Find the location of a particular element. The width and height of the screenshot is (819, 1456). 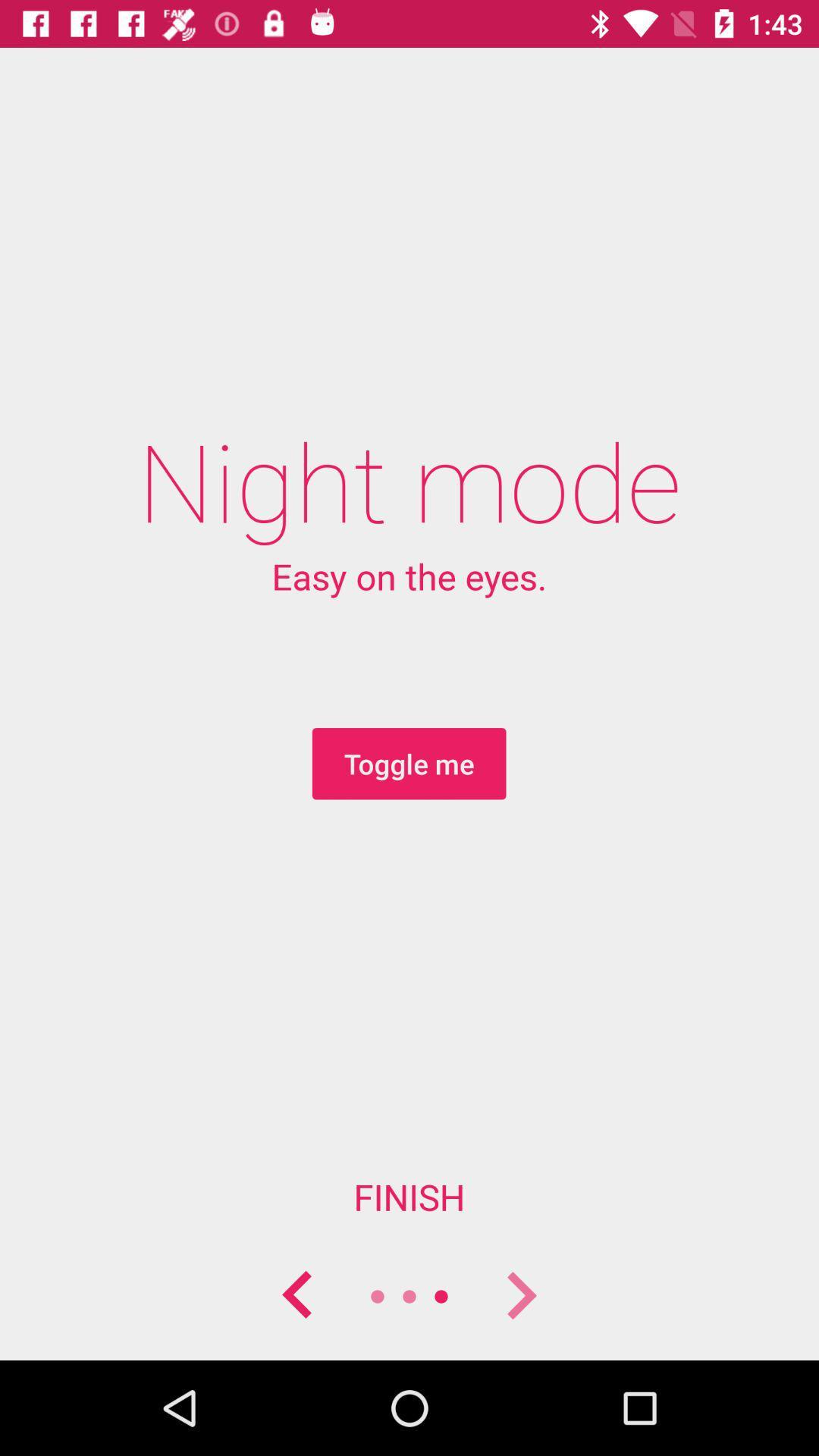

icon above the finish item is located at coordinates (408, 764).